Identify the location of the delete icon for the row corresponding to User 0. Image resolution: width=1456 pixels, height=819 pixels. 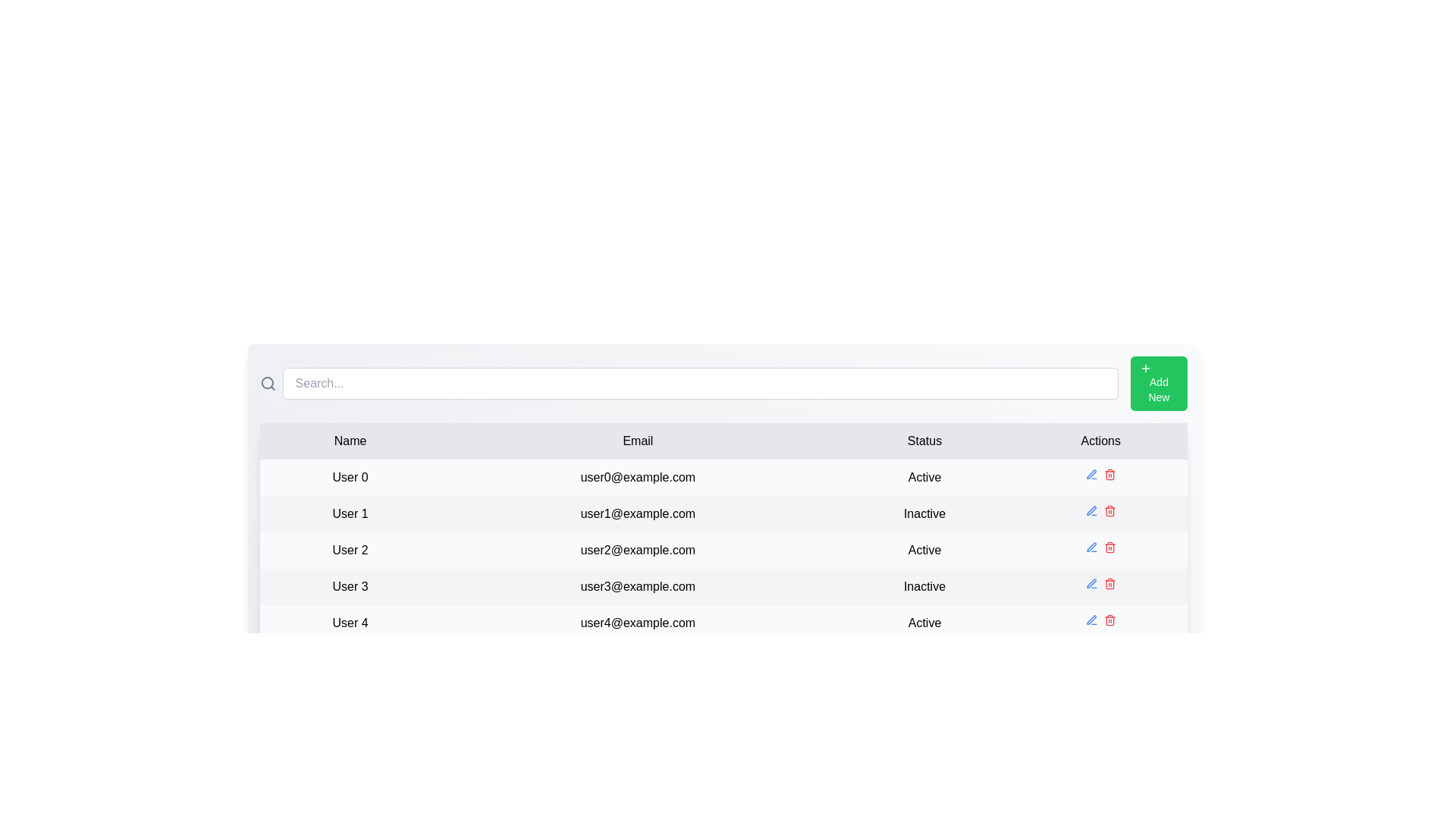
(1109, 473).